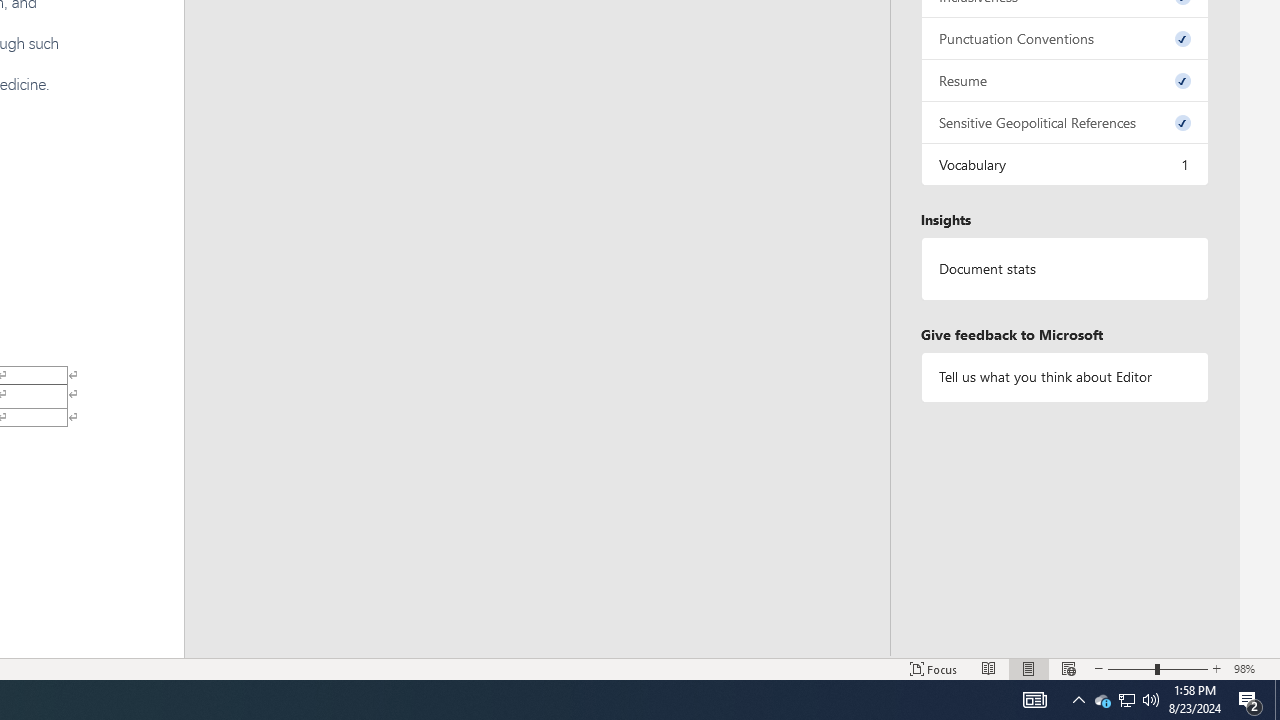  Describe the element at coordinates (1250, 698) in the screenshot. I see `'Action Center, 2 new notifications'` at that location.